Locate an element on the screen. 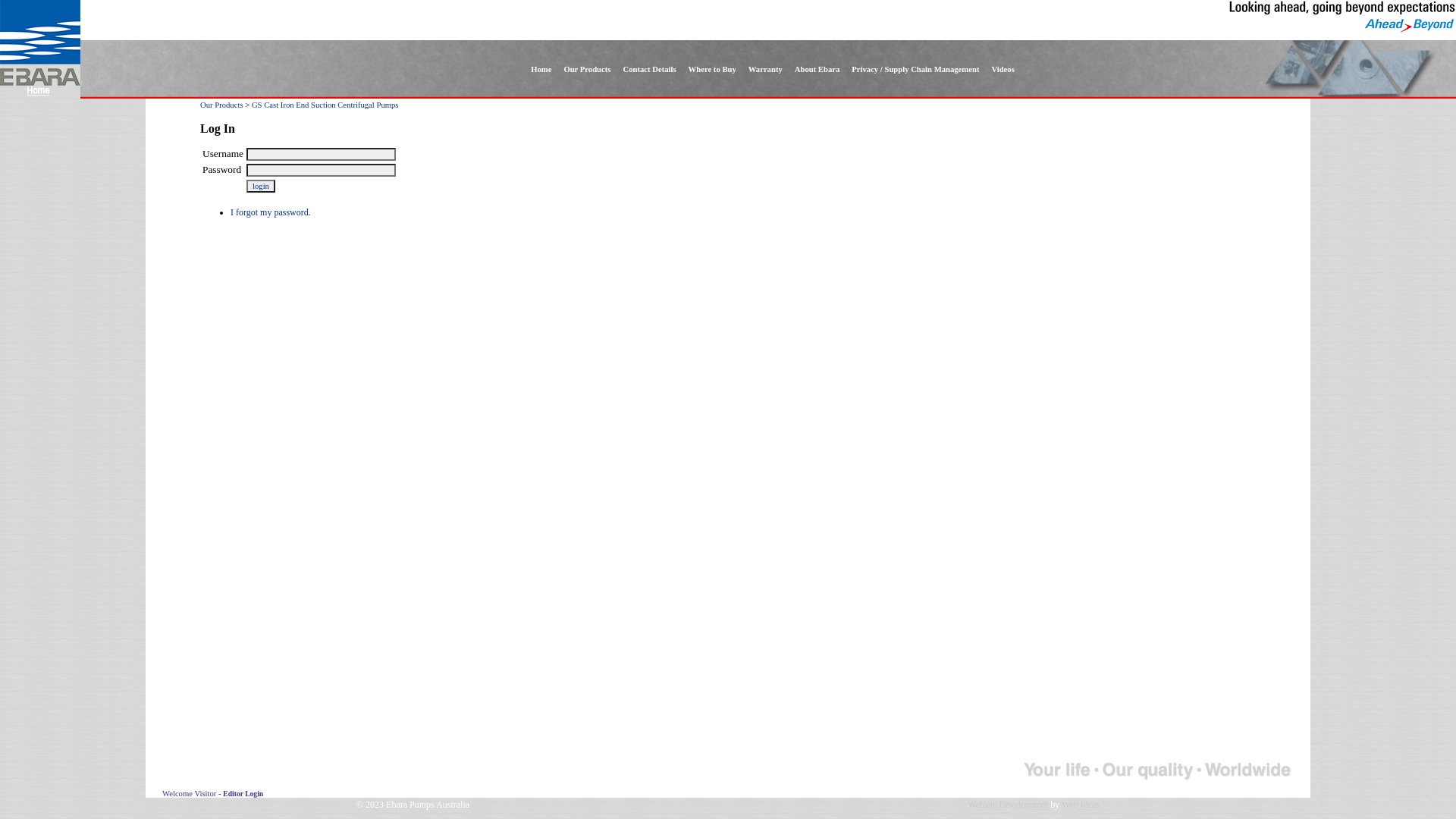 Image resolution: width=1456 pixels, height=819 pixels. 'Web Ideas' is located at coordinates (1080, 803).